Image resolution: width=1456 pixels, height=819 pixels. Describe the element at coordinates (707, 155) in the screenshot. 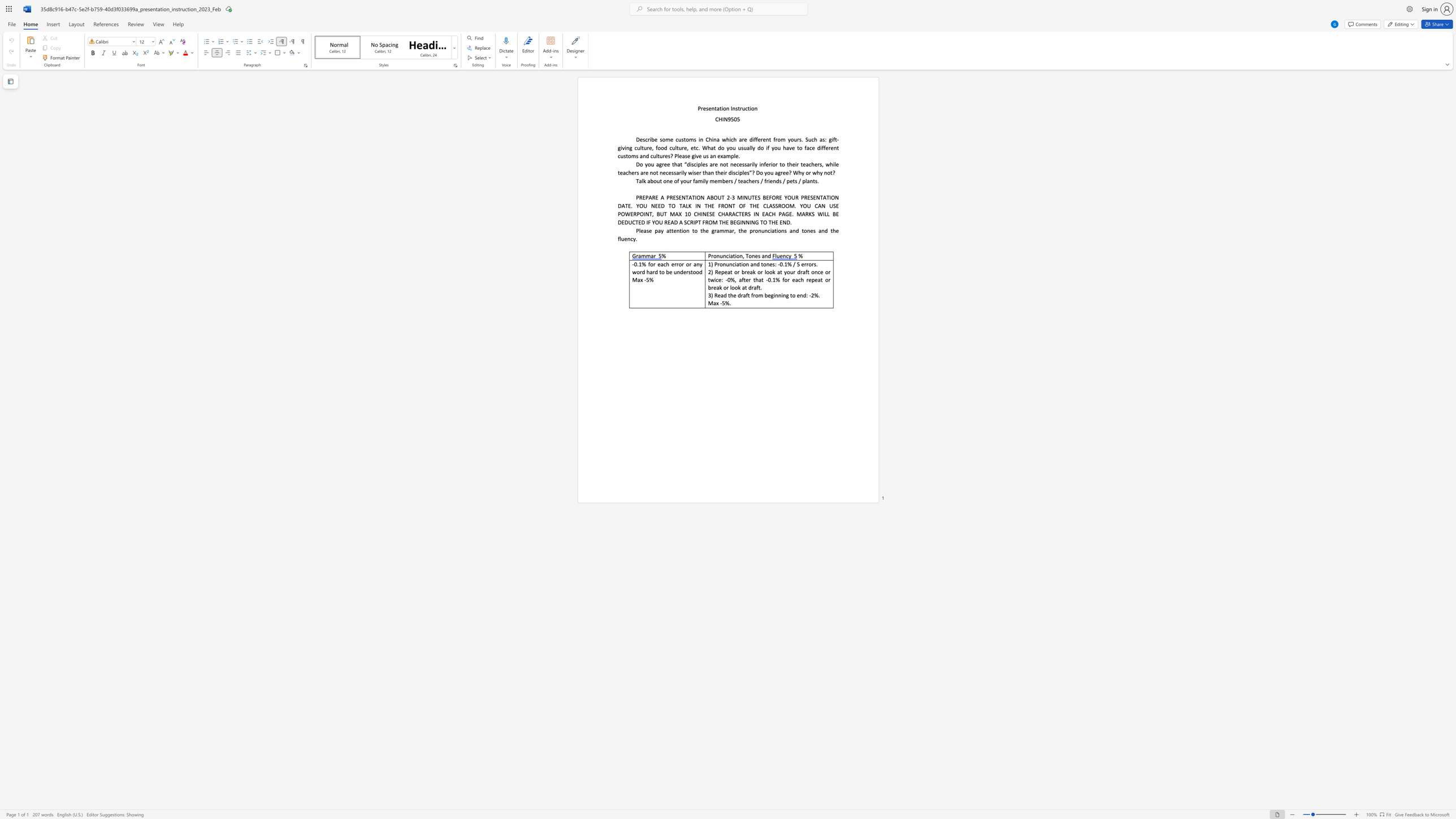

I see `the 2th character "s" in the text` at that location.